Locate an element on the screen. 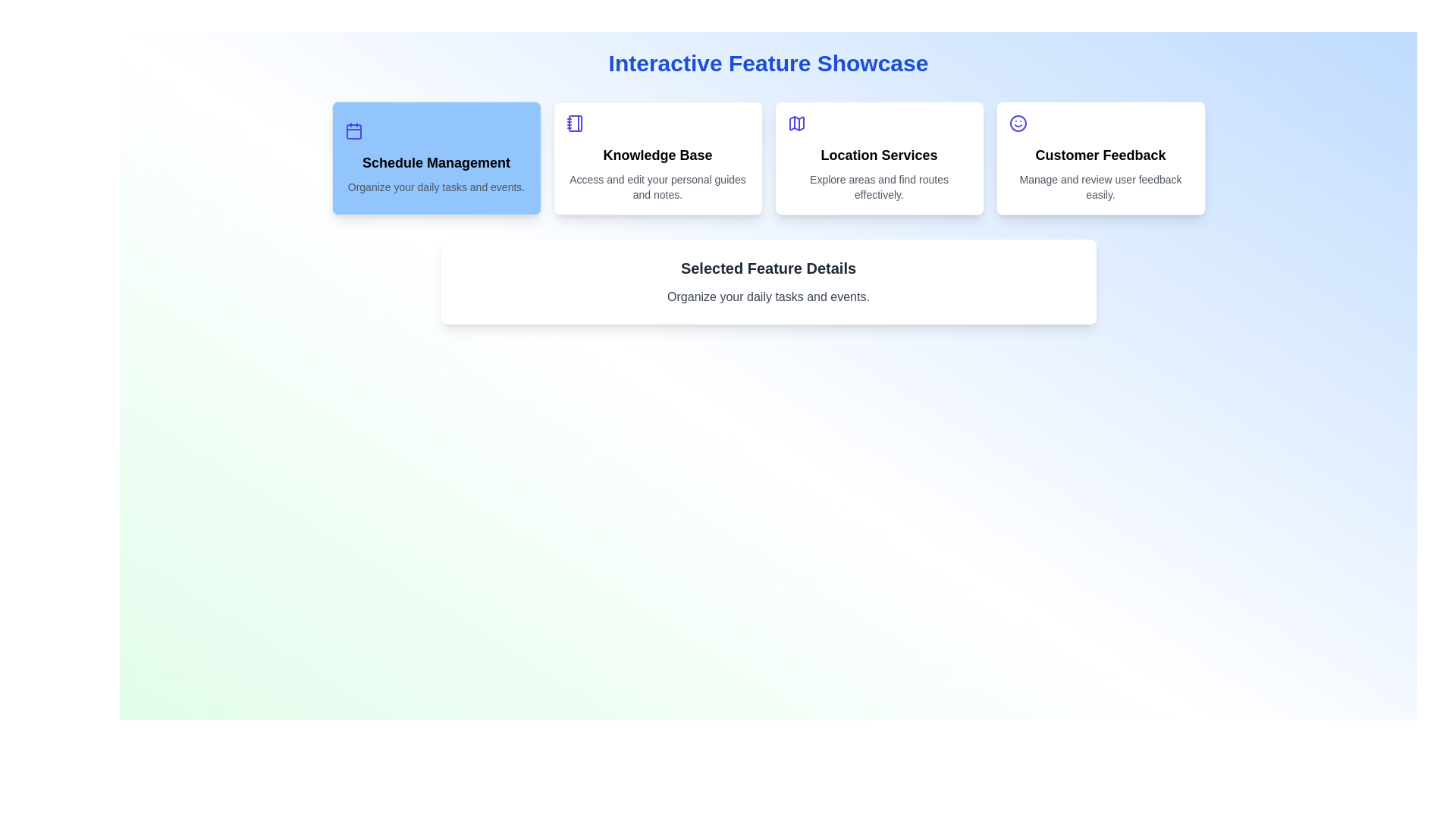  the circular shape that forms the boundary of the smiley face illustration within the 'Customer Feedback' card located in the top-right section of the interface is located at coordinates (1018, 122).